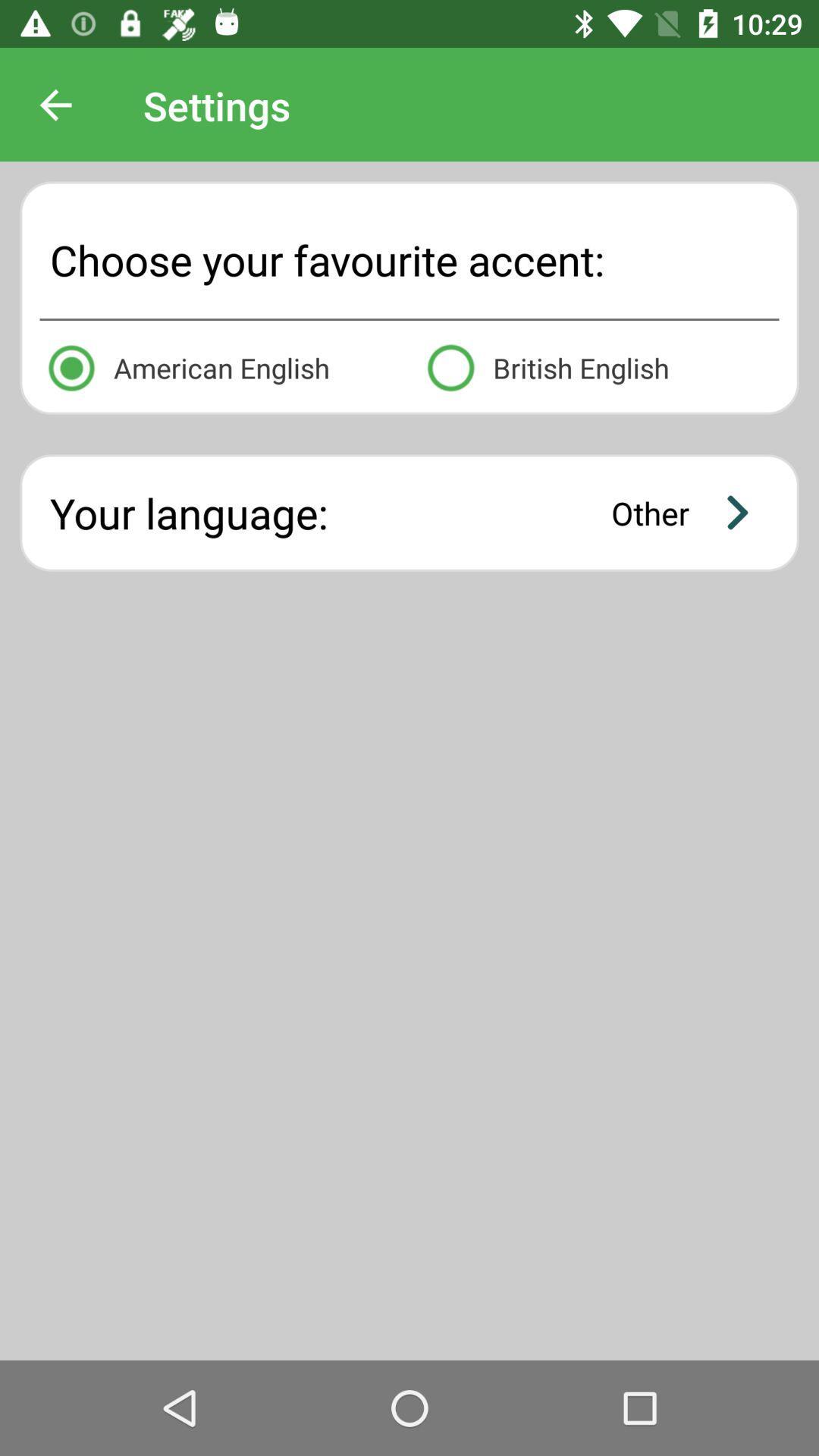 This screenshot has width=819, height=1456. I want to click on the icon next to the british english item, so click(219, 365).